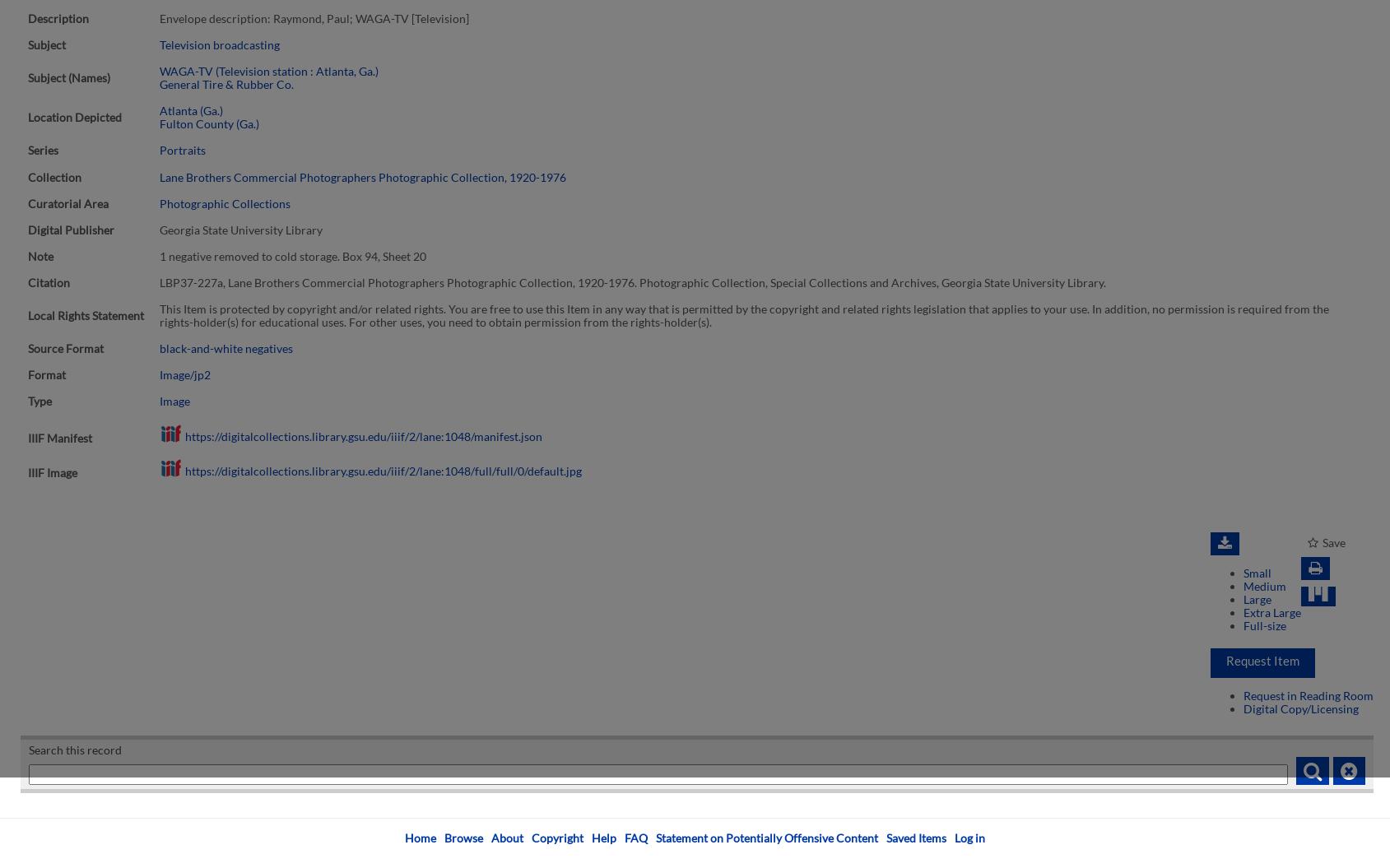 Image resolution: width=1390 pixels, height=868 pixels. I want to click on 'FAQ', so click(624, 837).